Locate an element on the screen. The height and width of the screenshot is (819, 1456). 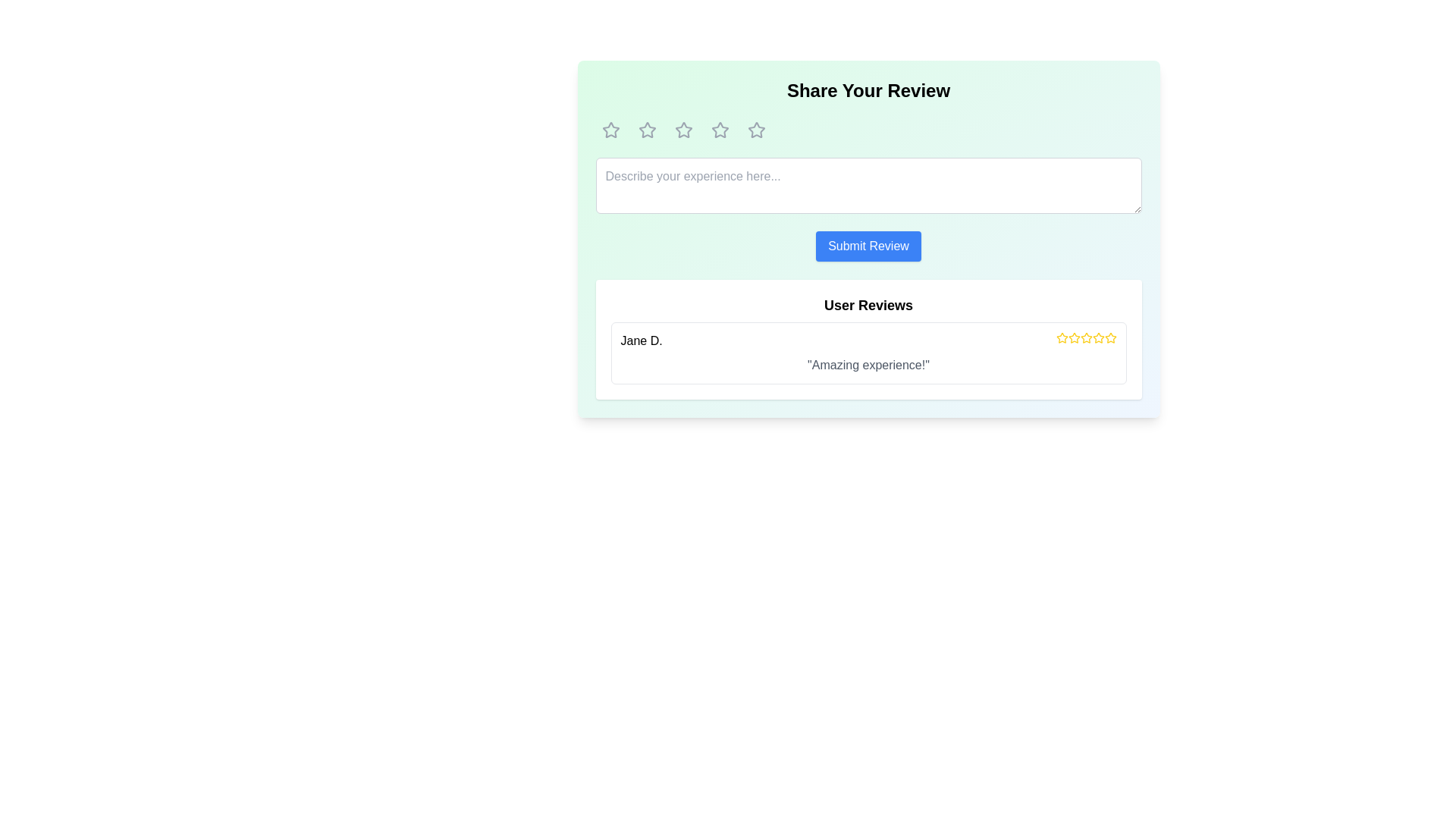
the second star icon from the left in the rating system above the feedback text area is located at coordinates (647, 130).